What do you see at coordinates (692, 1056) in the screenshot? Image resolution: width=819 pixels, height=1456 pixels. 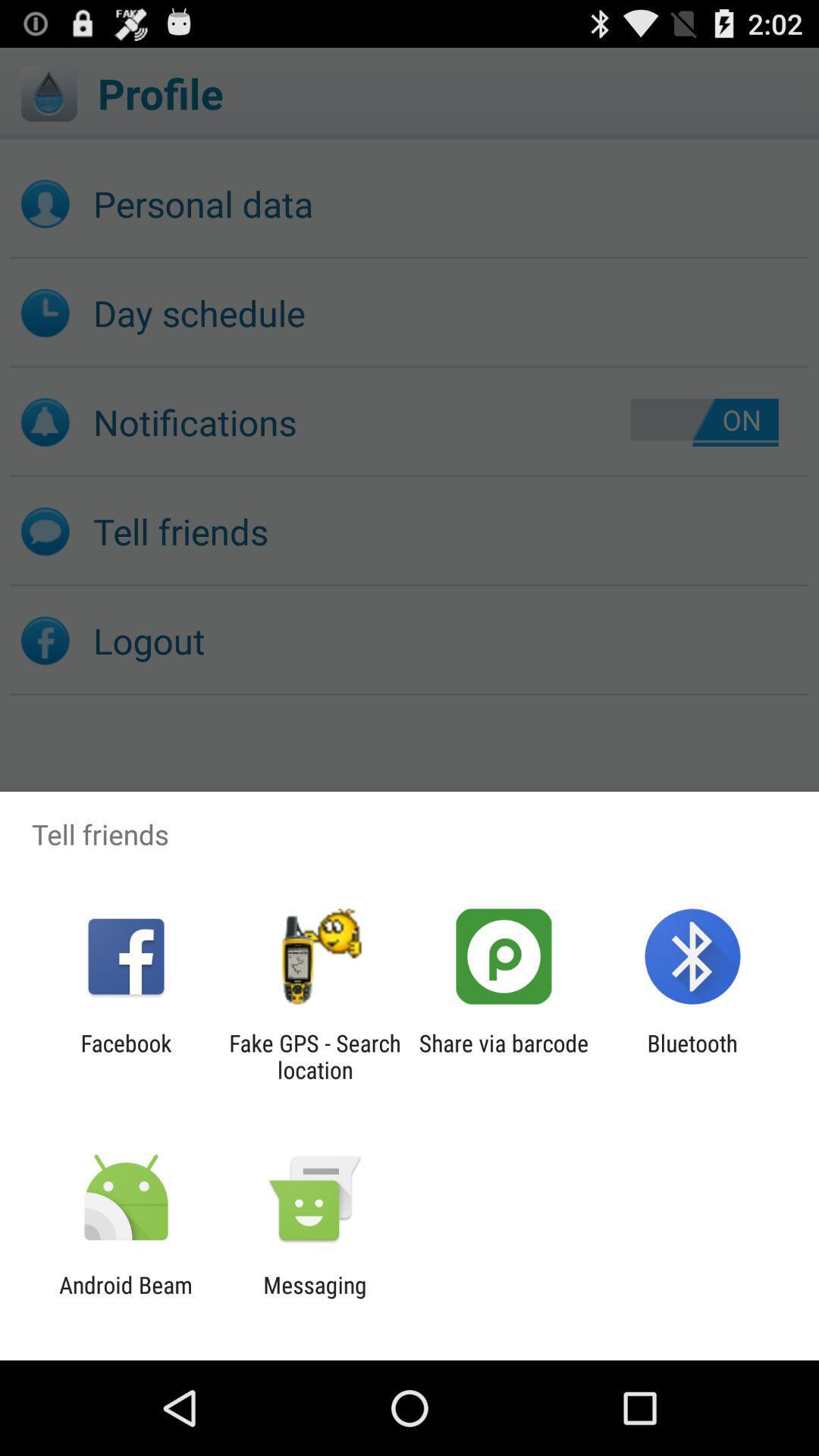 I see `the item to the right of the share via barcode` at bounding box center [692, 1056].